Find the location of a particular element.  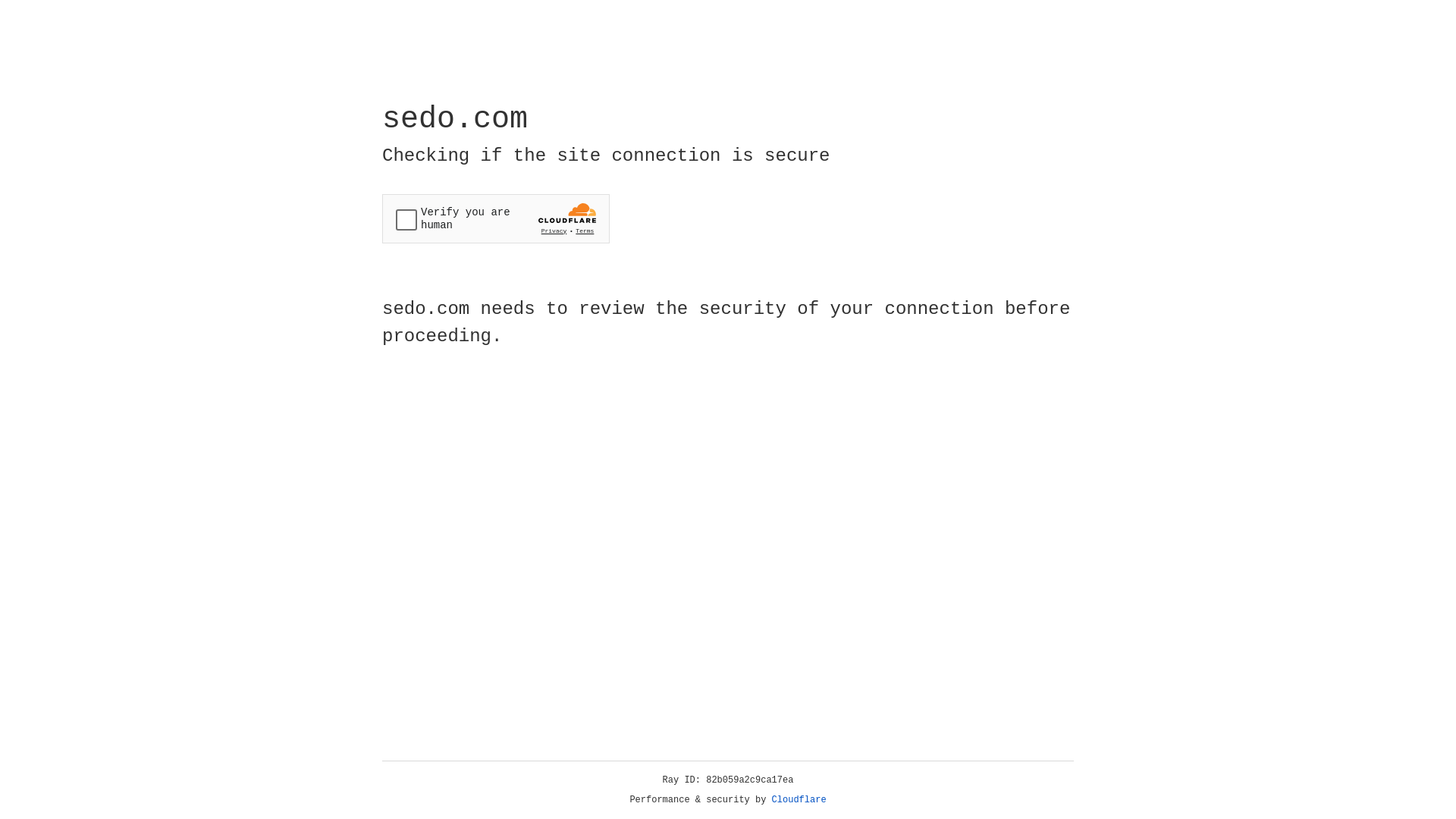

'Widget containing a Cloudflare security challenge' is located at coordinates (495, 218).